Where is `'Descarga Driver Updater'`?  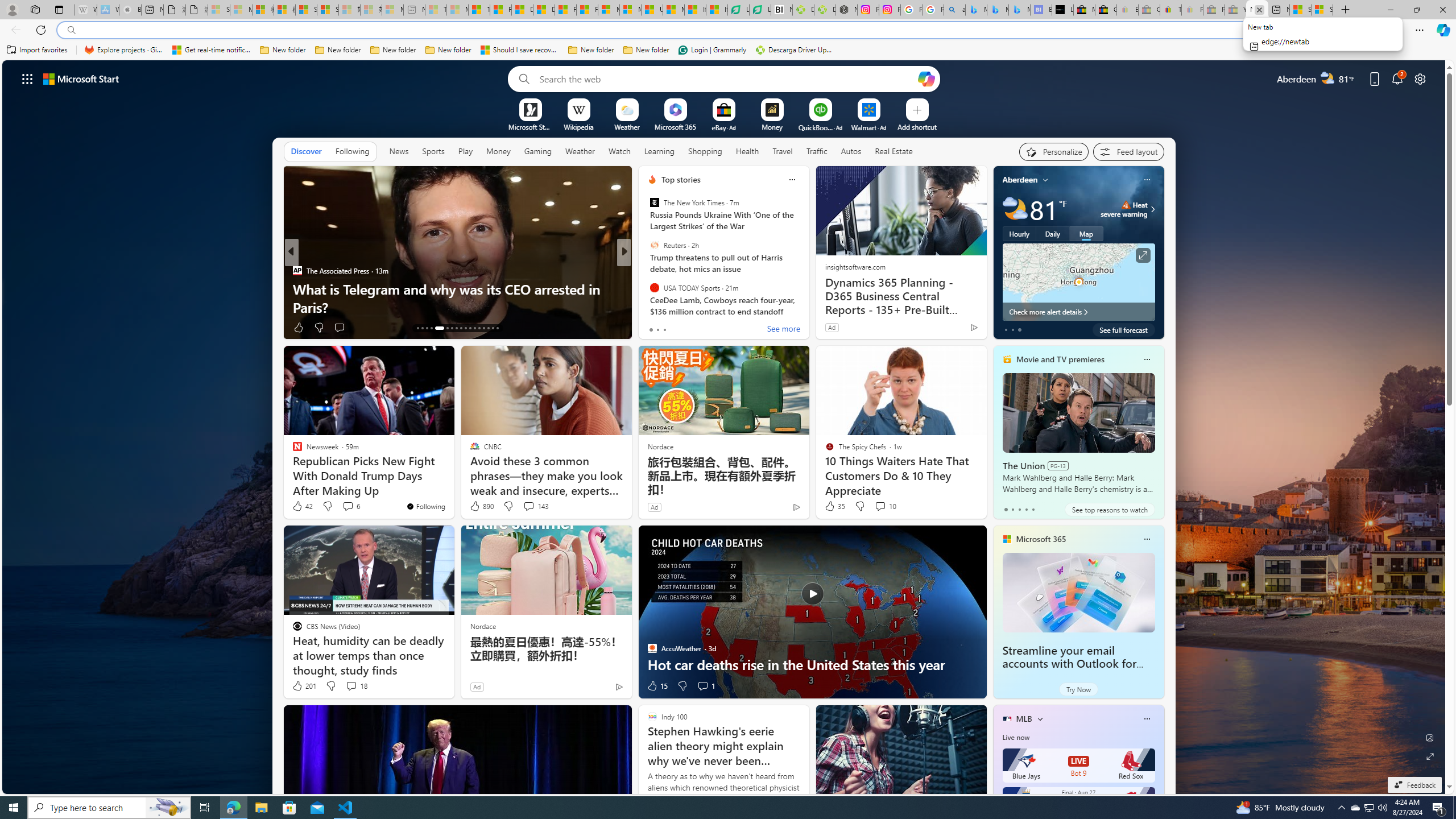
'Descarga Driver Updater' is located at coordinates (795, 49).